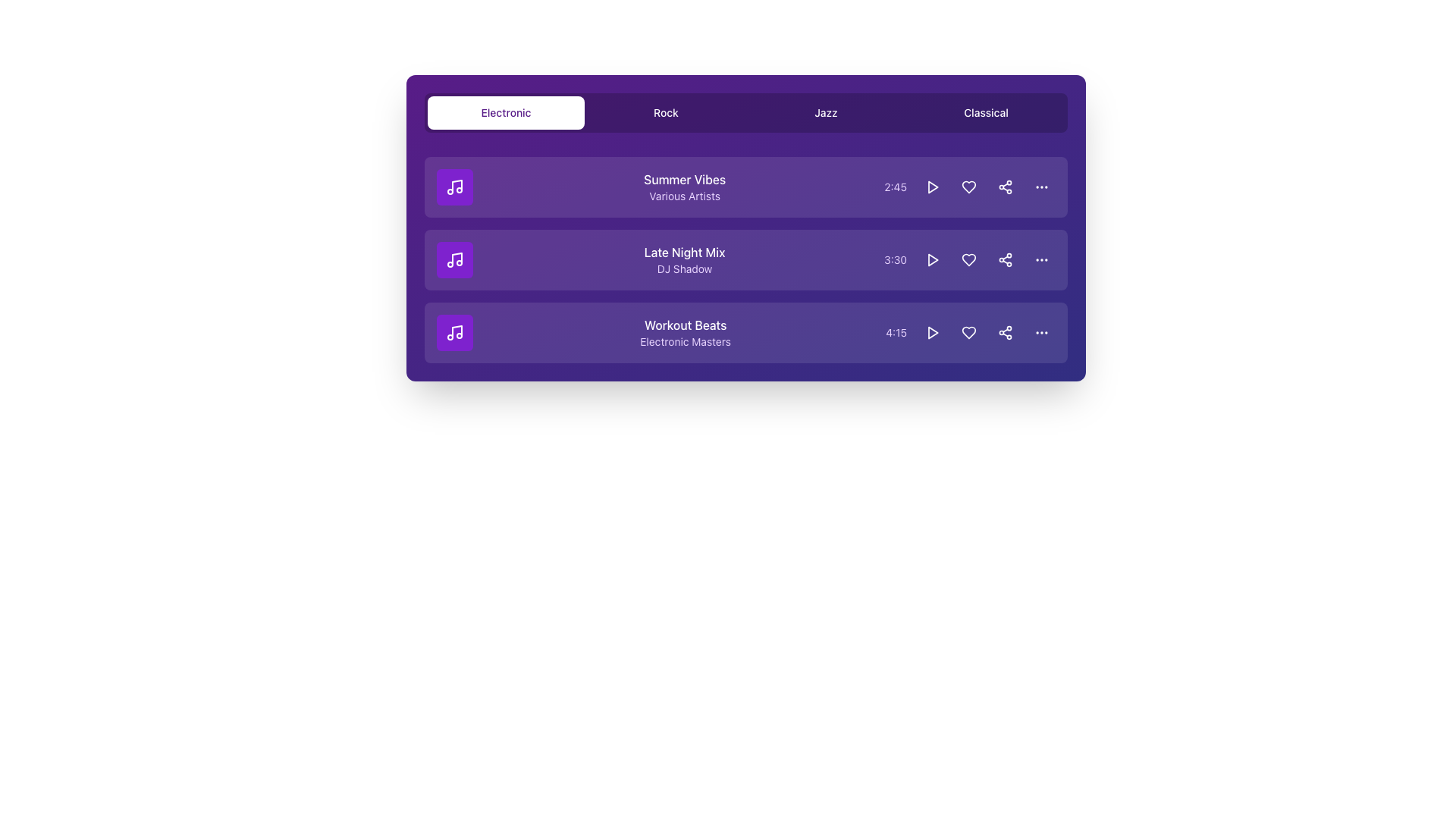 Image resolution: width=1456 pixels, height=819 pixels. What do you see at coordinates (896, 332) in the screenshot?
I see `the text label indicating the duration of the track labeled 'Workout Beats', which is positioned towards the right side of its row in the music track list` at bounding box center [896, 332].